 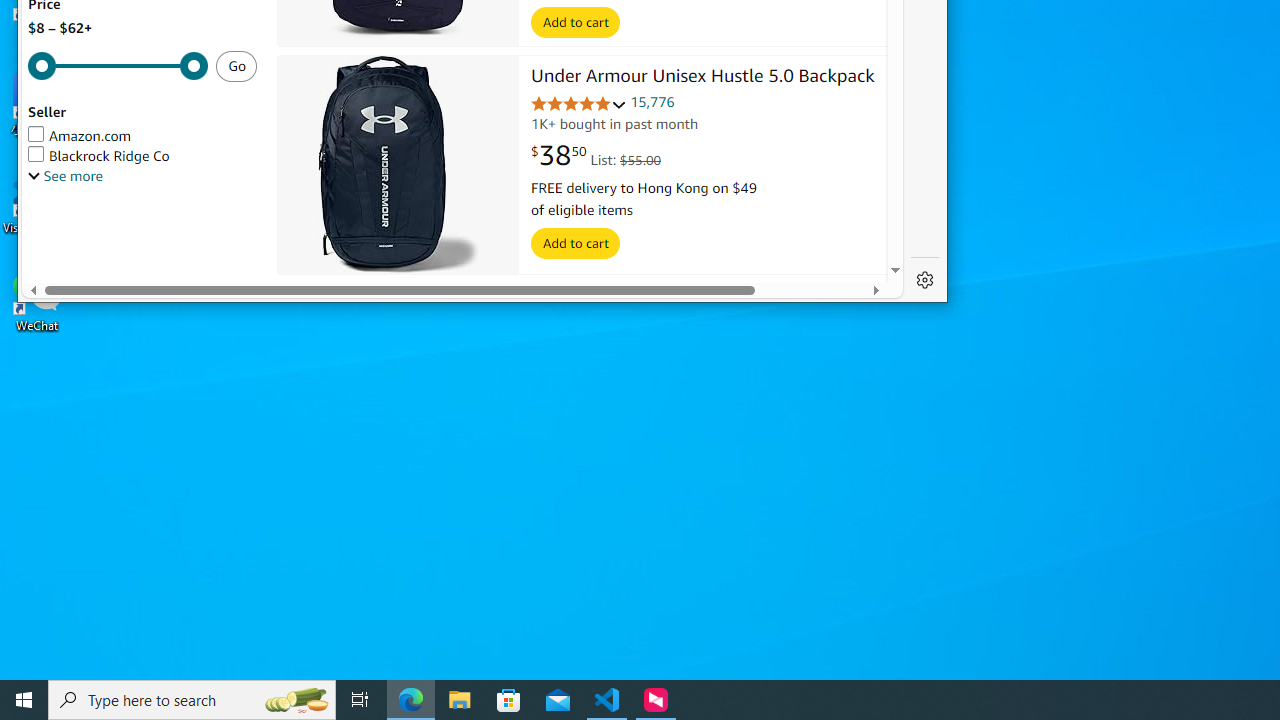 I want to click on 'Start', so click(x=24, y=698).